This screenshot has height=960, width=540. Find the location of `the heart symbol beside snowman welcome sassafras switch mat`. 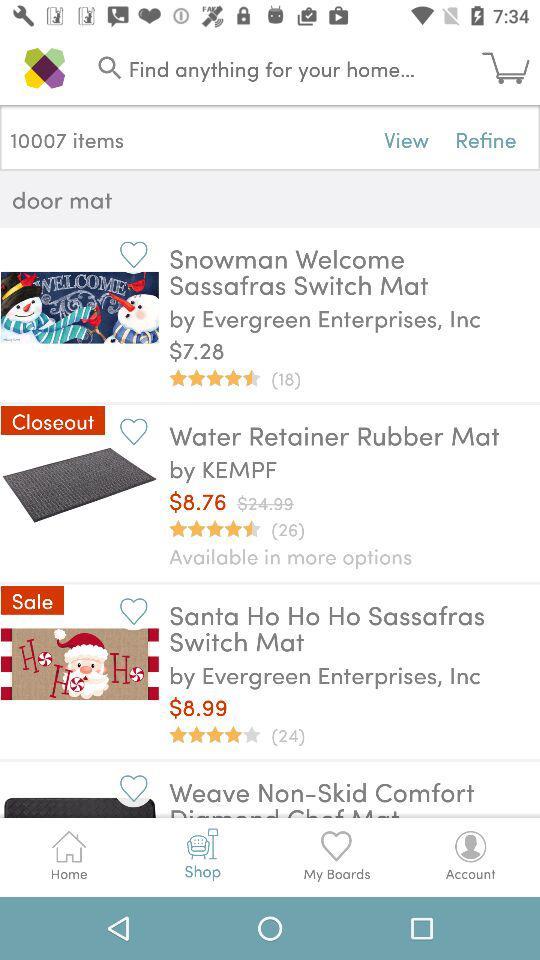

the heart symbol beside snowman welcome sassafras switch mat is located at coordinates (133, 253).